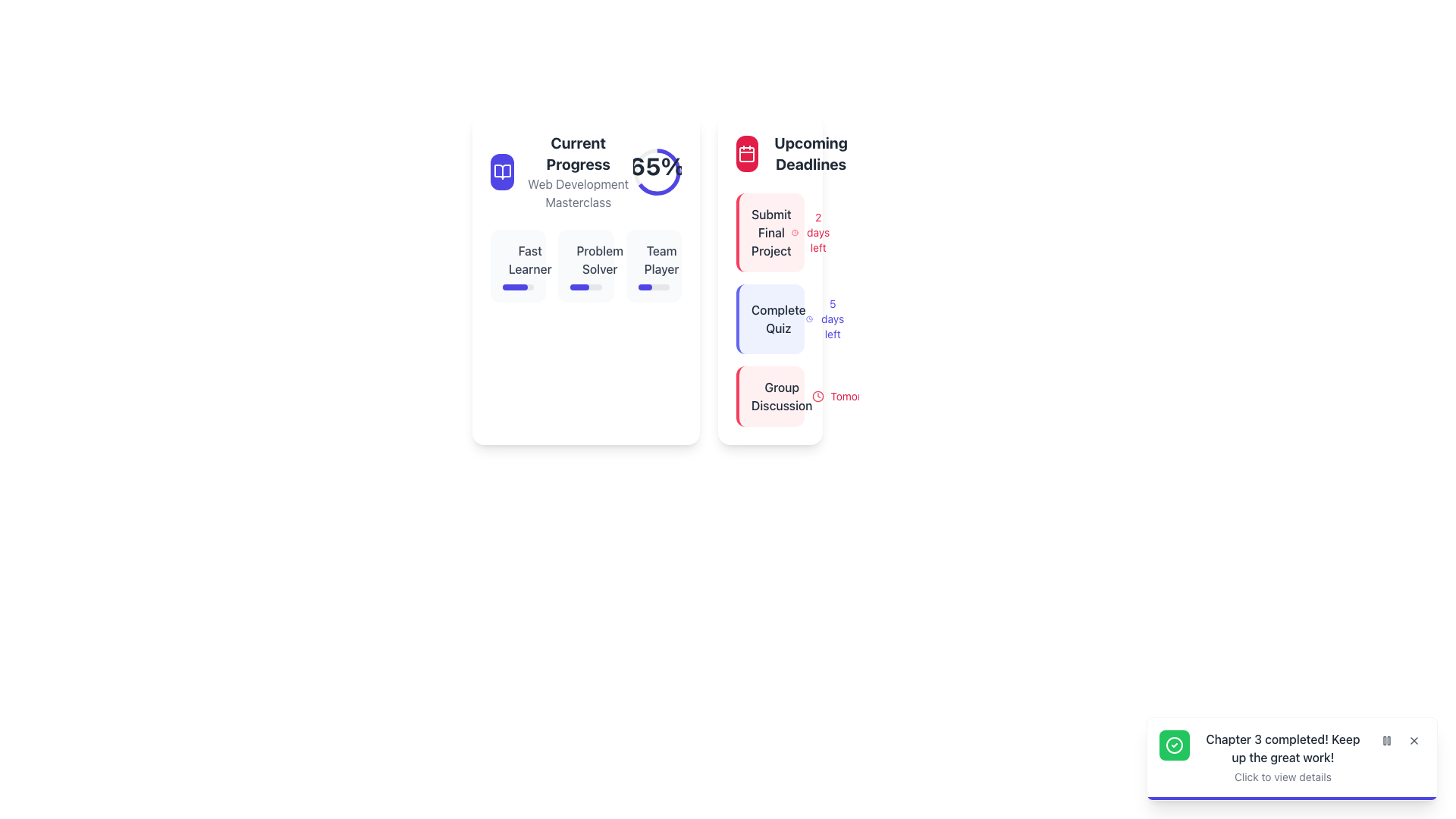  Describe the element at coordinates (795, 154) in the screenshot. I see `the 'Upcoming Deadlines' section header which features a calendar icon on a rose-red background` at that location.